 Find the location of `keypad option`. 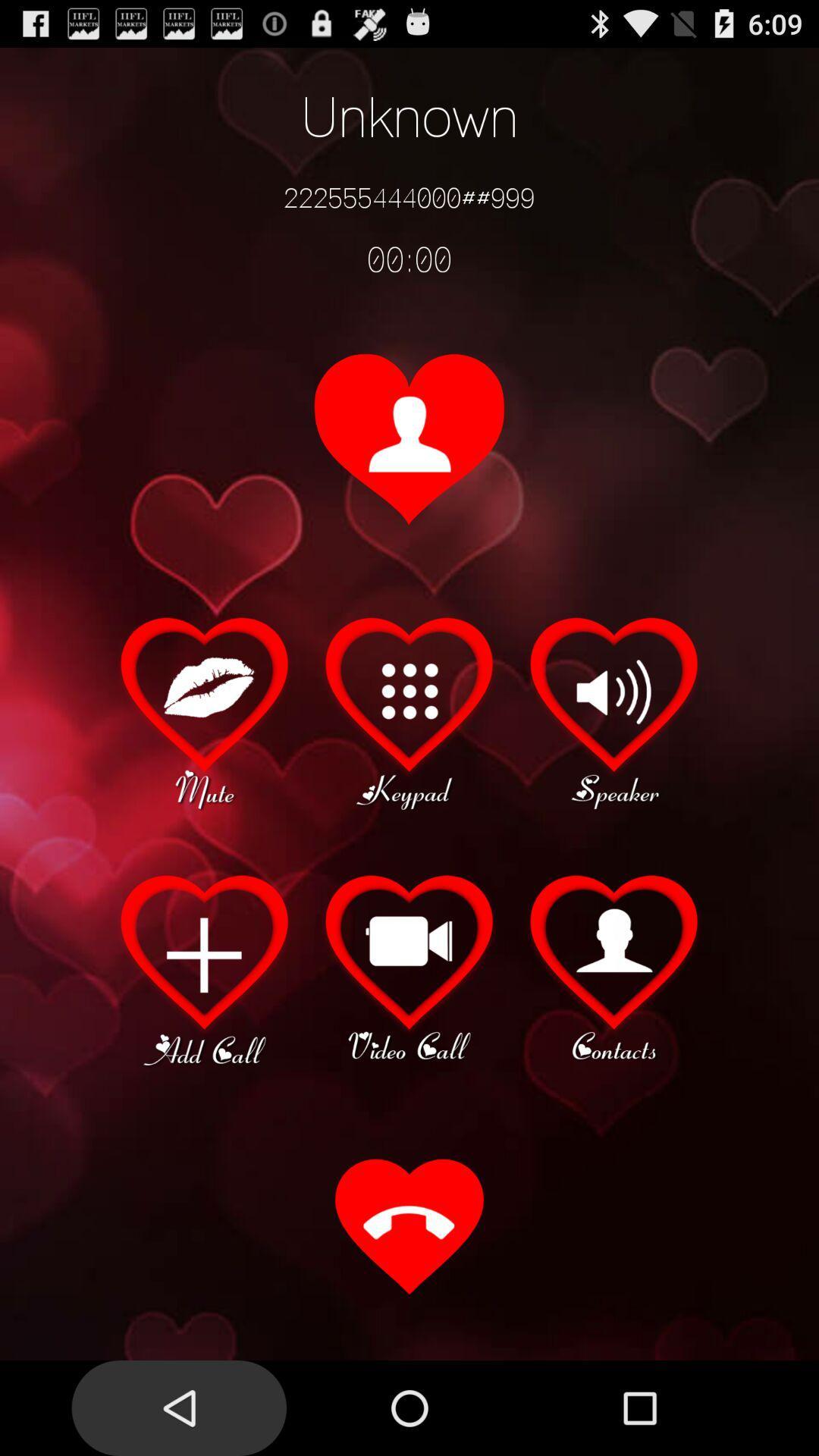

keypad option is located at coordinates (409, 710).